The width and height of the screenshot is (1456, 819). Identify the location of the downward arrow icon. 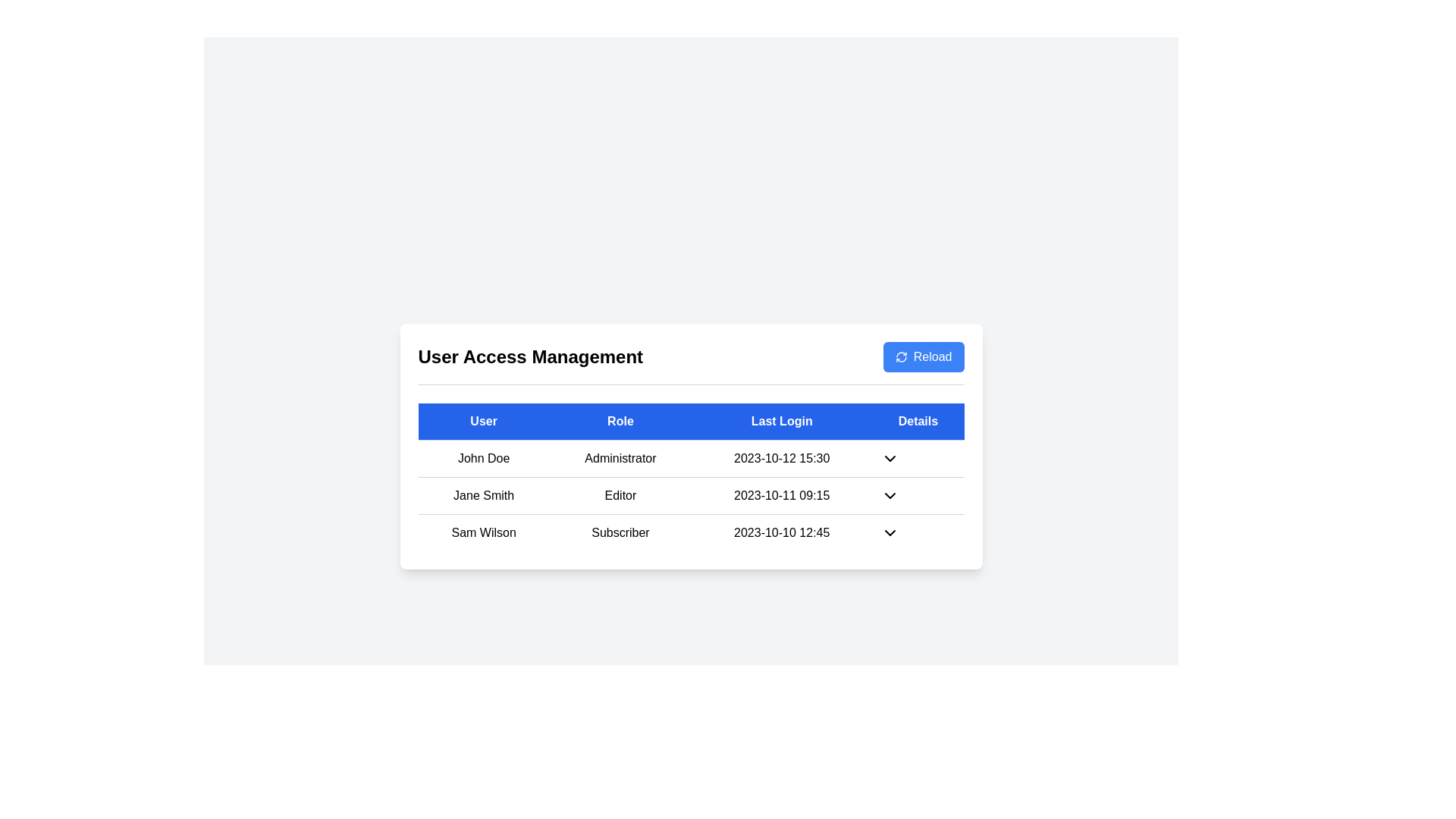
(890, 496).